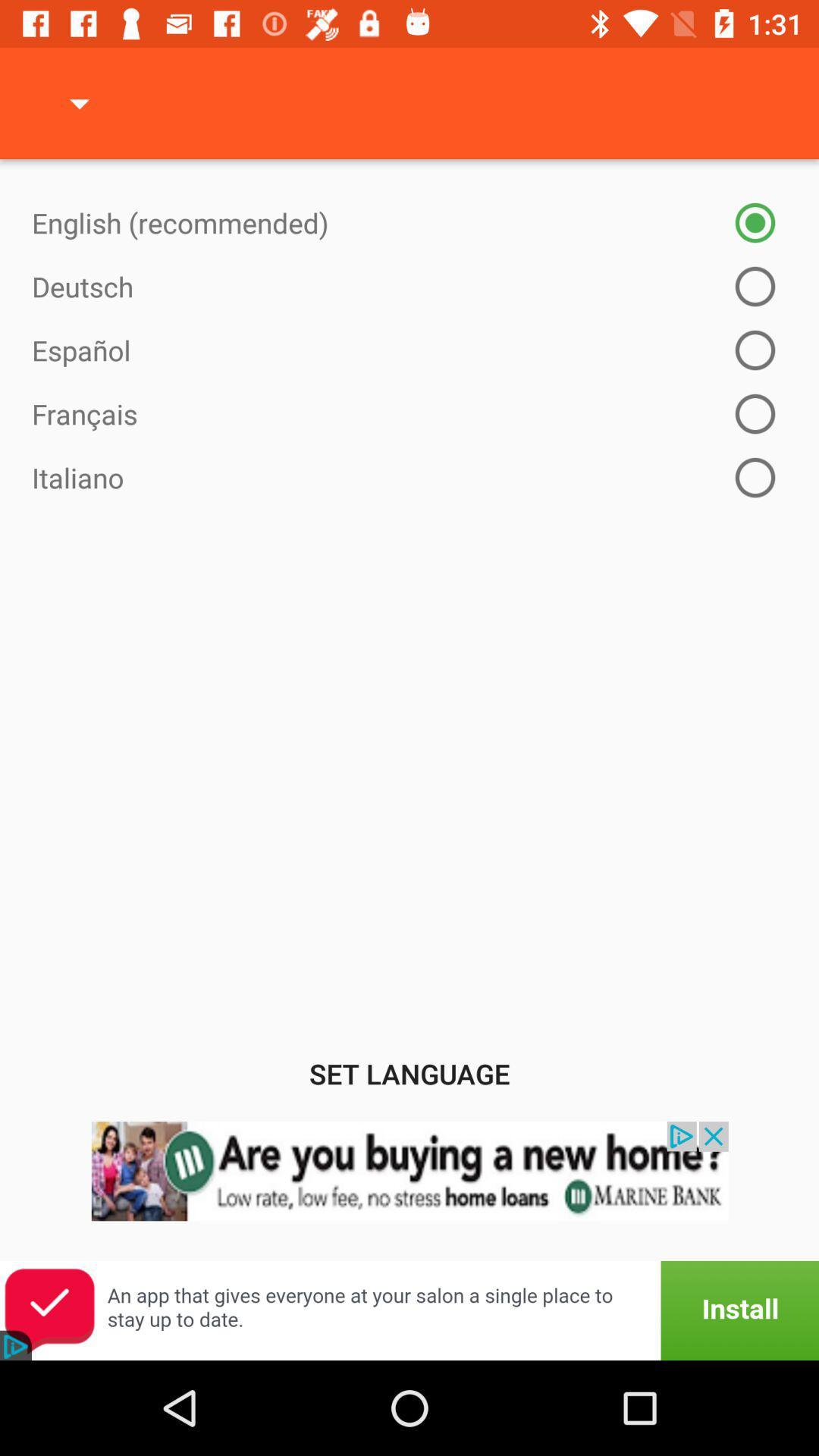  What do you see at coordinates (409, 1190) in the screenshot?
I see `advertiesment` at bounding box center [409, 1190].